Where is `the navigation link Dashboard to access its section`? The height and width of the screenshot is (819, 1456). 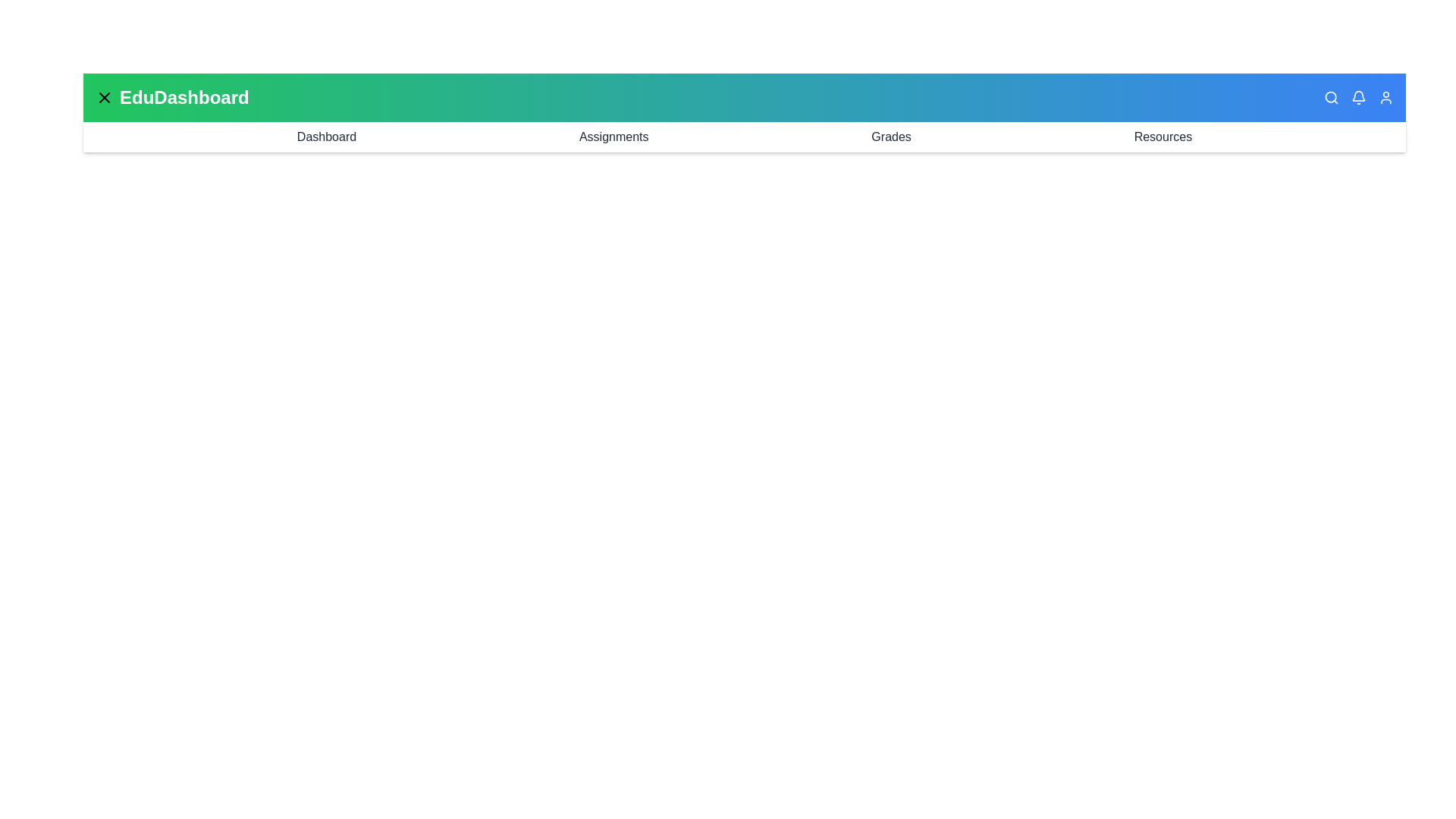
the navigation link Dashboard to access its section is located at coordinates (326, 137).